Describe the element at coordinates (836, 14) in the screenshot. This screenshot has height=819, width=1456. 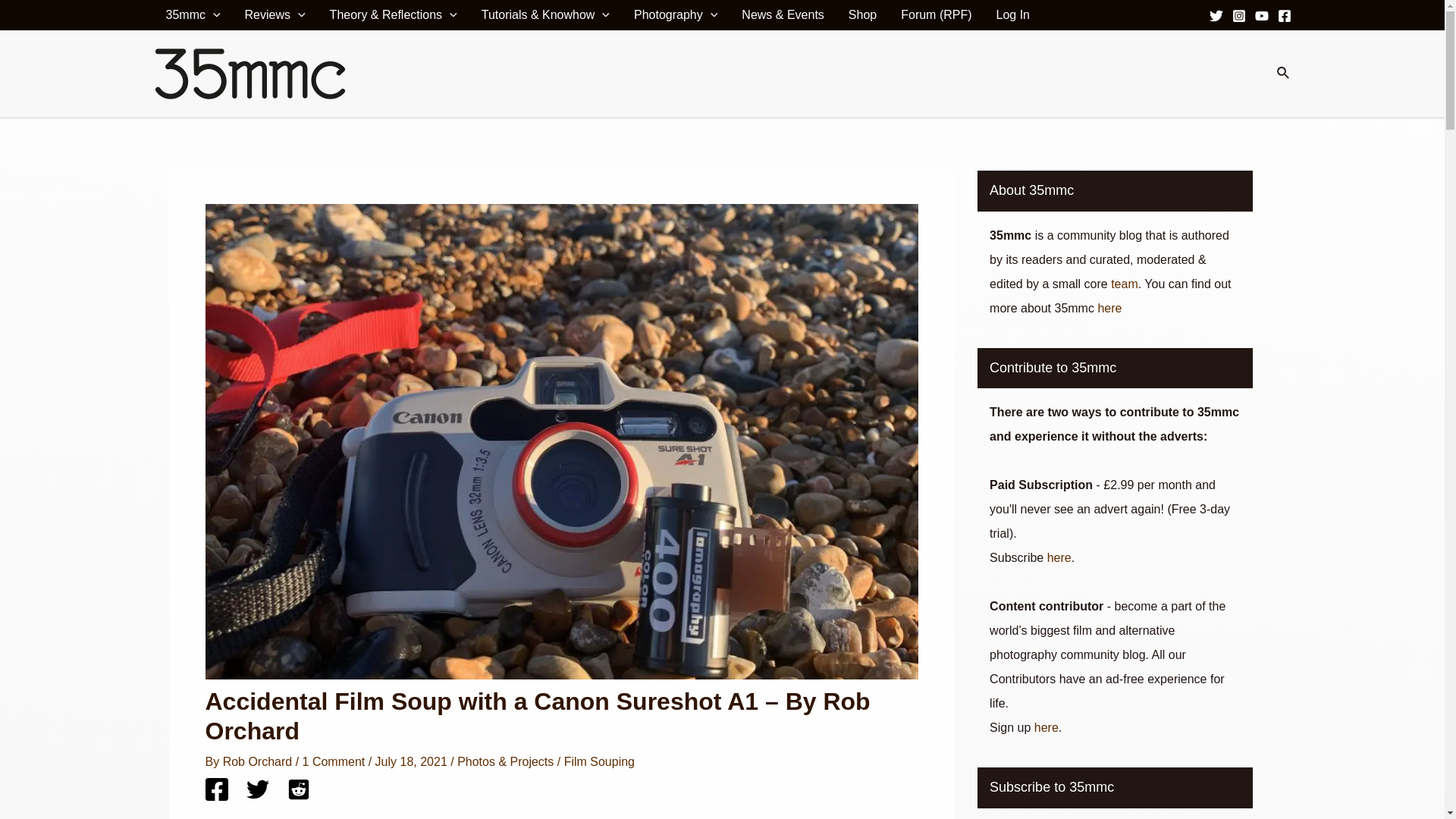
I see `'Shop'` at that location.